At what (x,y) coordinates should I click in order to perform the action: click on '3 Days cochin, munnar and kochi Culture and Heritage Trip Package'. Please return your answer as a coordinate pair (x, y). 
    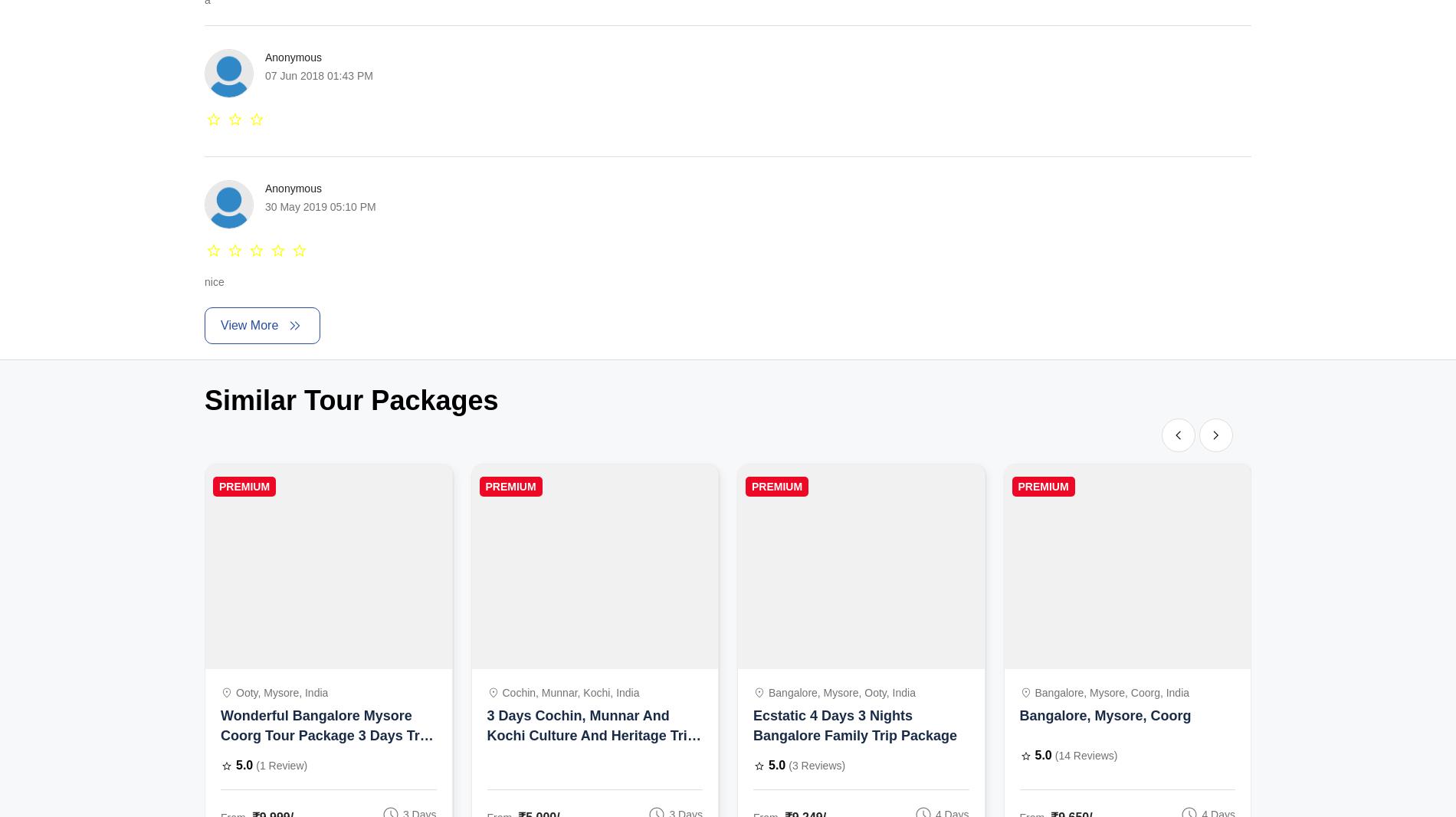
    Looking at the image, I should click on (590, 736).